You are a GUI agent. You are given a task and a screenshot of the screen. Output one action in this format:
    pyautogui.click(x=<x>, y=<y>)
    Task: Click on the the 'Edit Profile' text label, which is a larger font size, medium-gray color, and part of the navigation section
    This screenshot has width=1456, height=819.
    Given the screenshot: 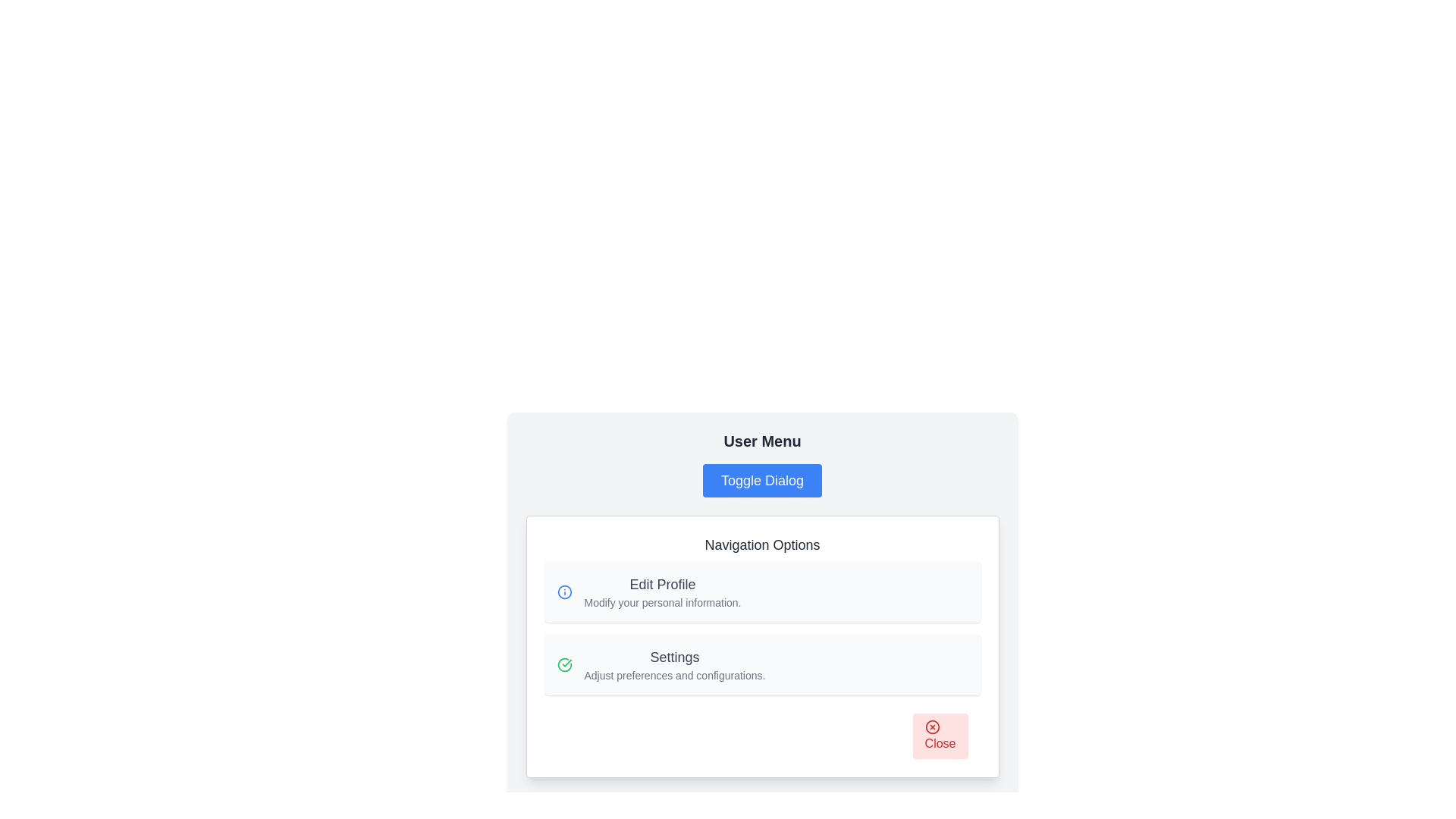 What is the action you would take?
    pyautogui.click(x=662, y=584)
    